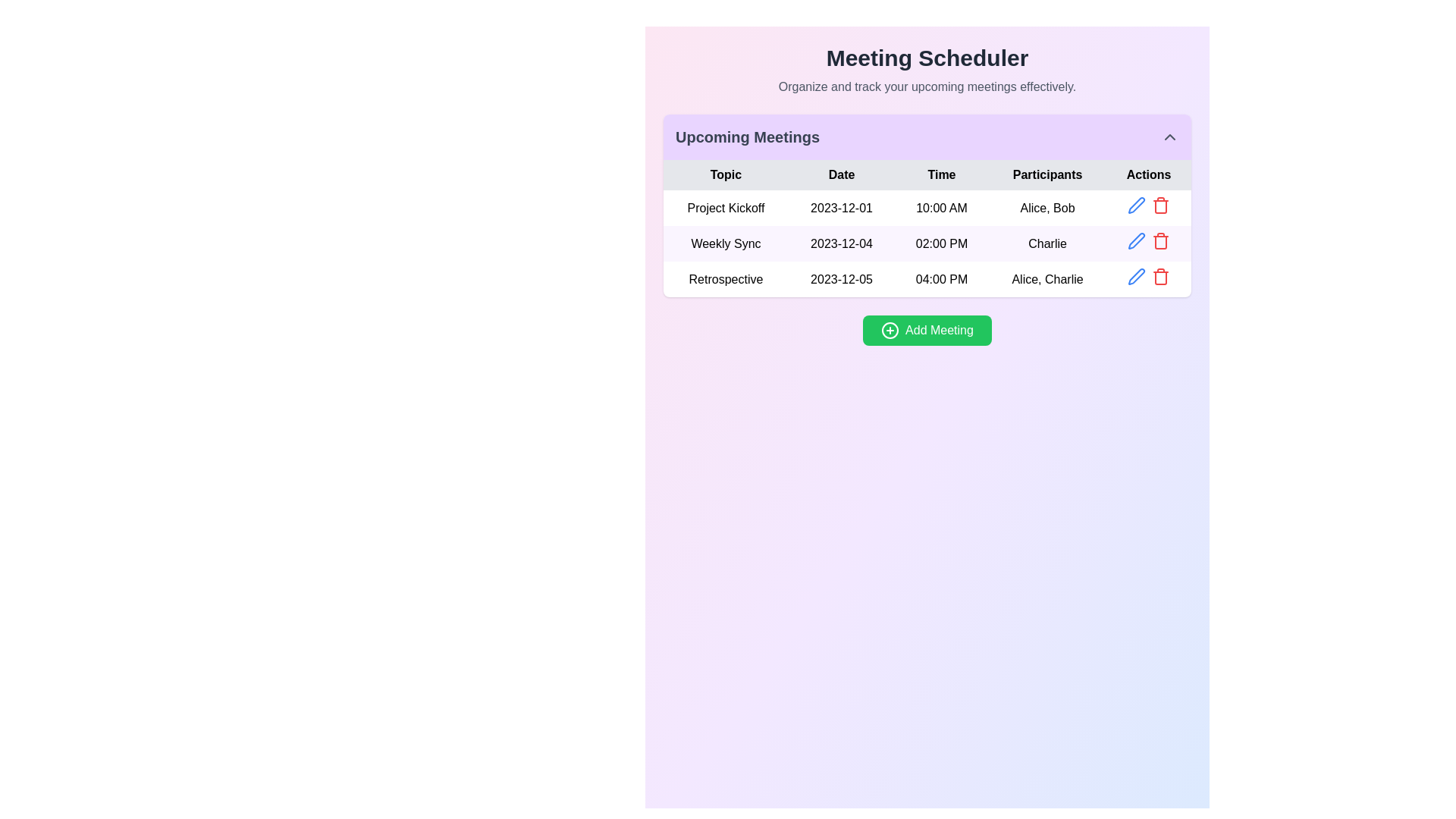 This screenshot has width=1456, height=819. I want to click on title 'Upcoming Meetings' from the static text block located in the purple header bar at the top of the section, aligned to the left side, so click(747, 137).